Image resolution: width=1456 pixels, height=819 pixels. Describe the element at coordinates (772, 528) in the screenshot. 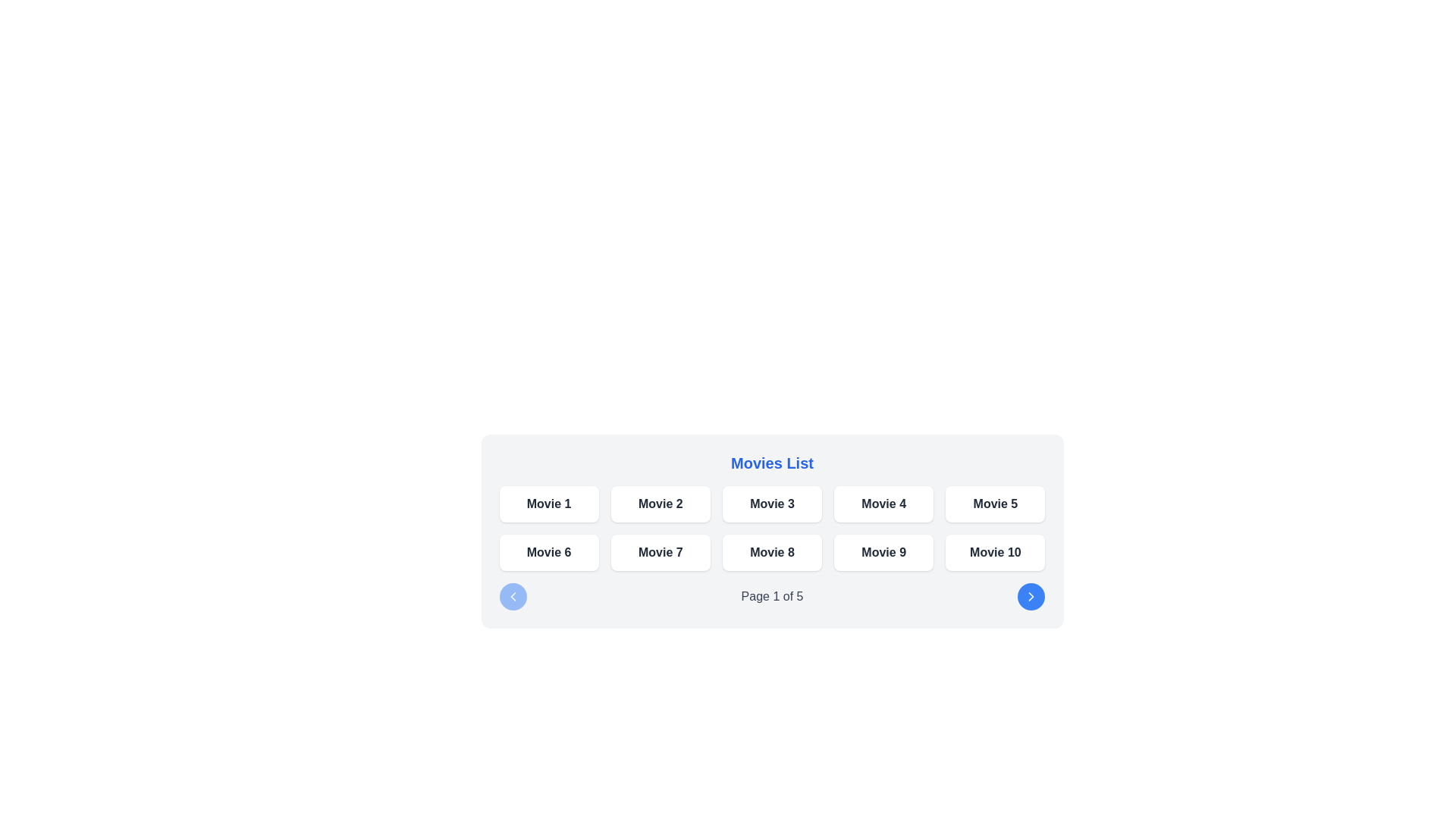

I see `the button labeled 'Movie 1' through 'Movie 10' within the grid titled 'Movies List'` at that location.